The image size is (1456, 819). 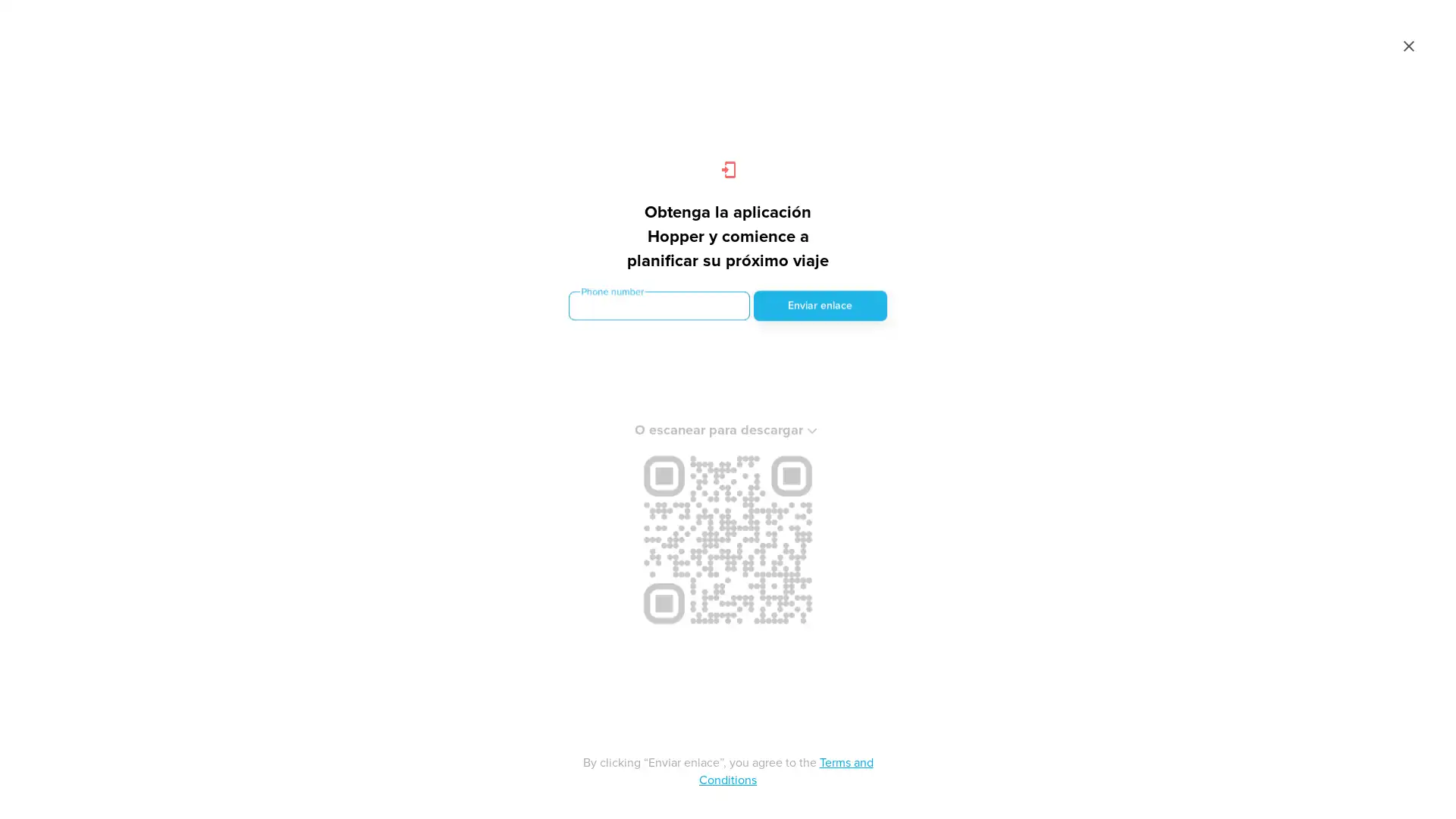 What do you see at coordinates (819, 304) in the screenshot?
I see `Enviar enlace` at bounding box center [819, 304].